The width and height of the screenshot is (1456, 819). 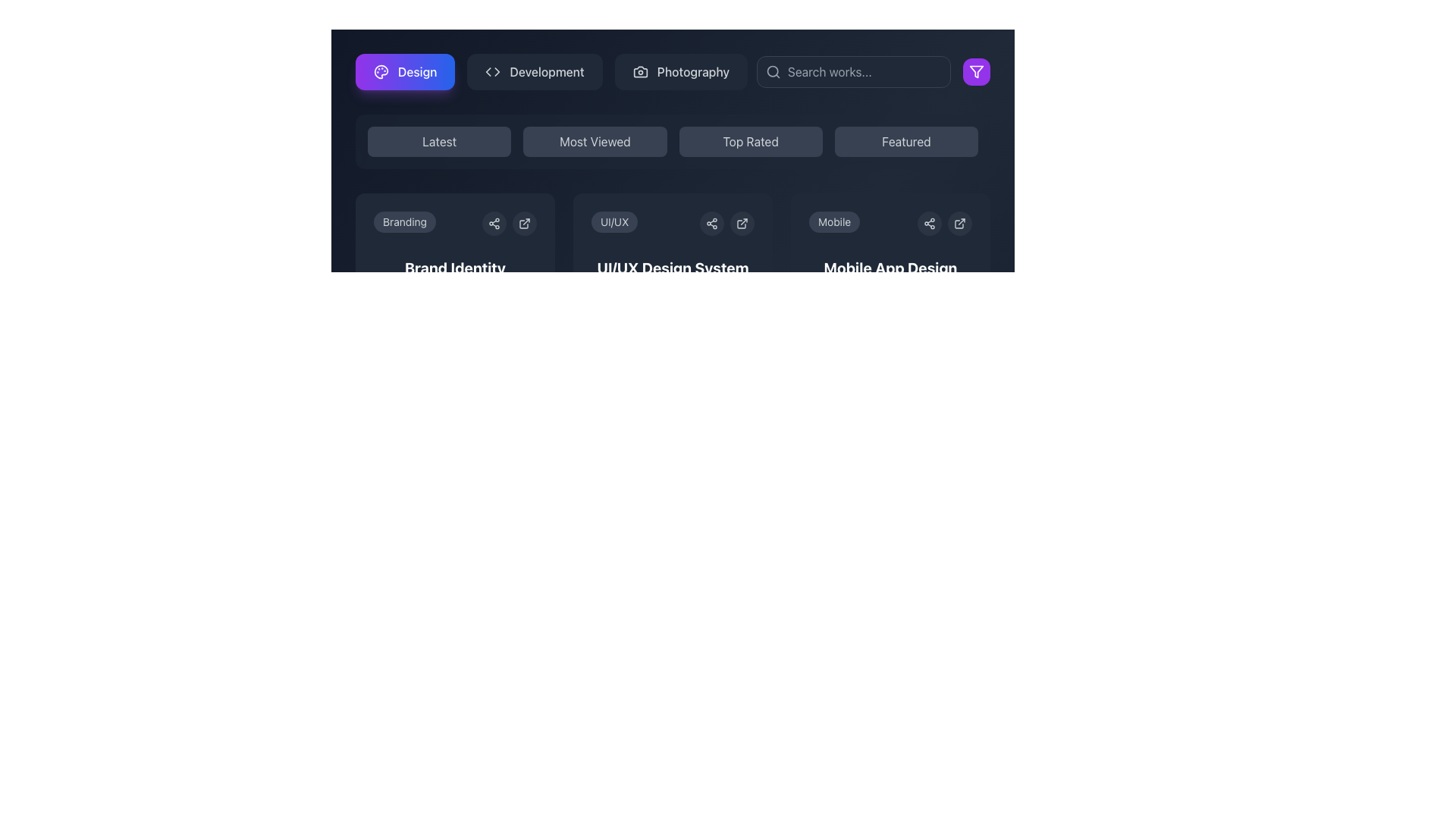 What do you see at coordinates (890, 300) in the screenshot?
I see `the icons of the Informational Statistic Display located under the title 'Mobile App Design'` at bounding box center [890, 300].